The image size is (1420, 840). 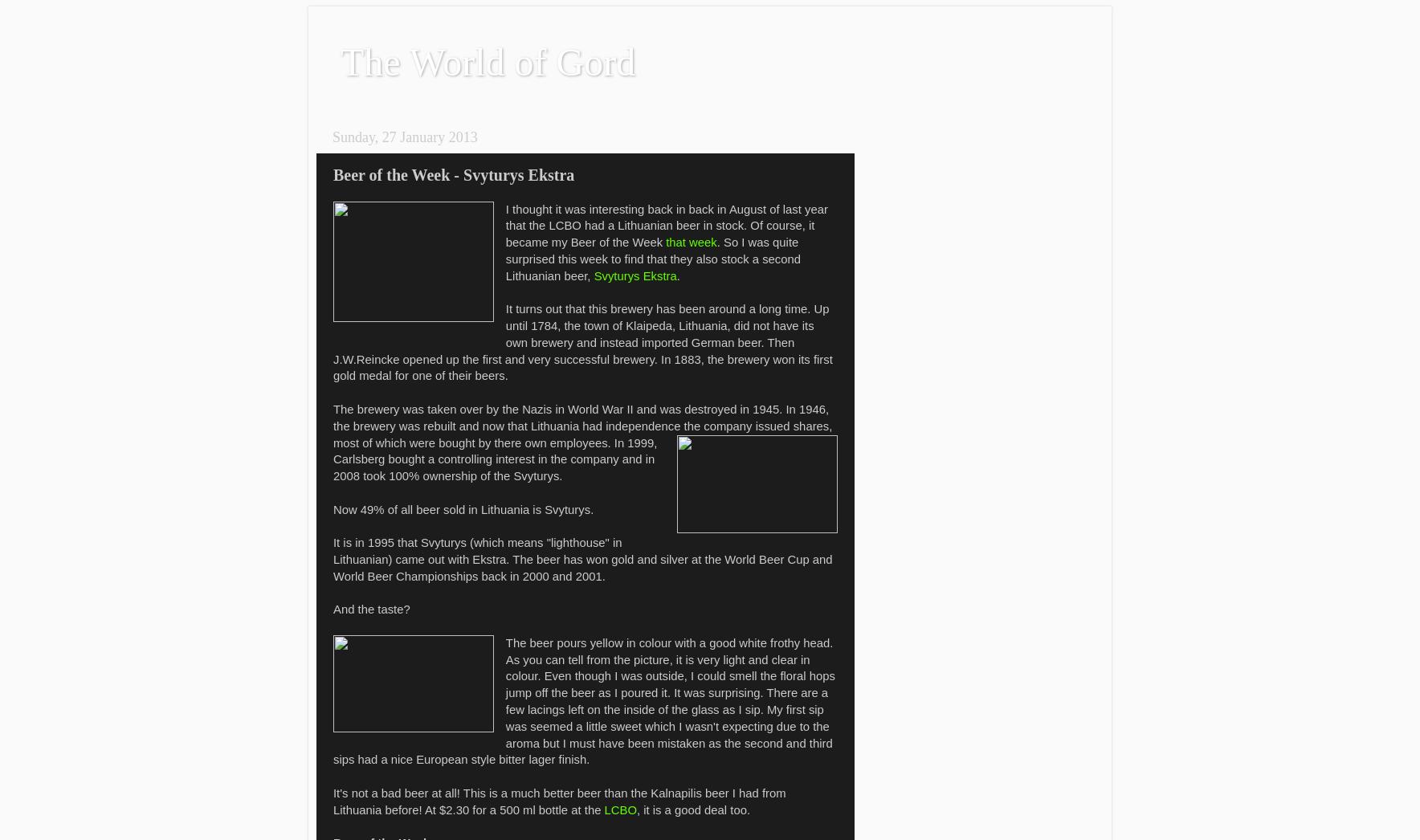 I want to click on 'It is in 1995 that Svyturys (which means "lighthouse" in Lithuanian) came out with Ekstra. The beer has won gold and silver at the World Beer Cup and World Beer Championships back in 2000 and 2001.', so click(x=582, y=559).